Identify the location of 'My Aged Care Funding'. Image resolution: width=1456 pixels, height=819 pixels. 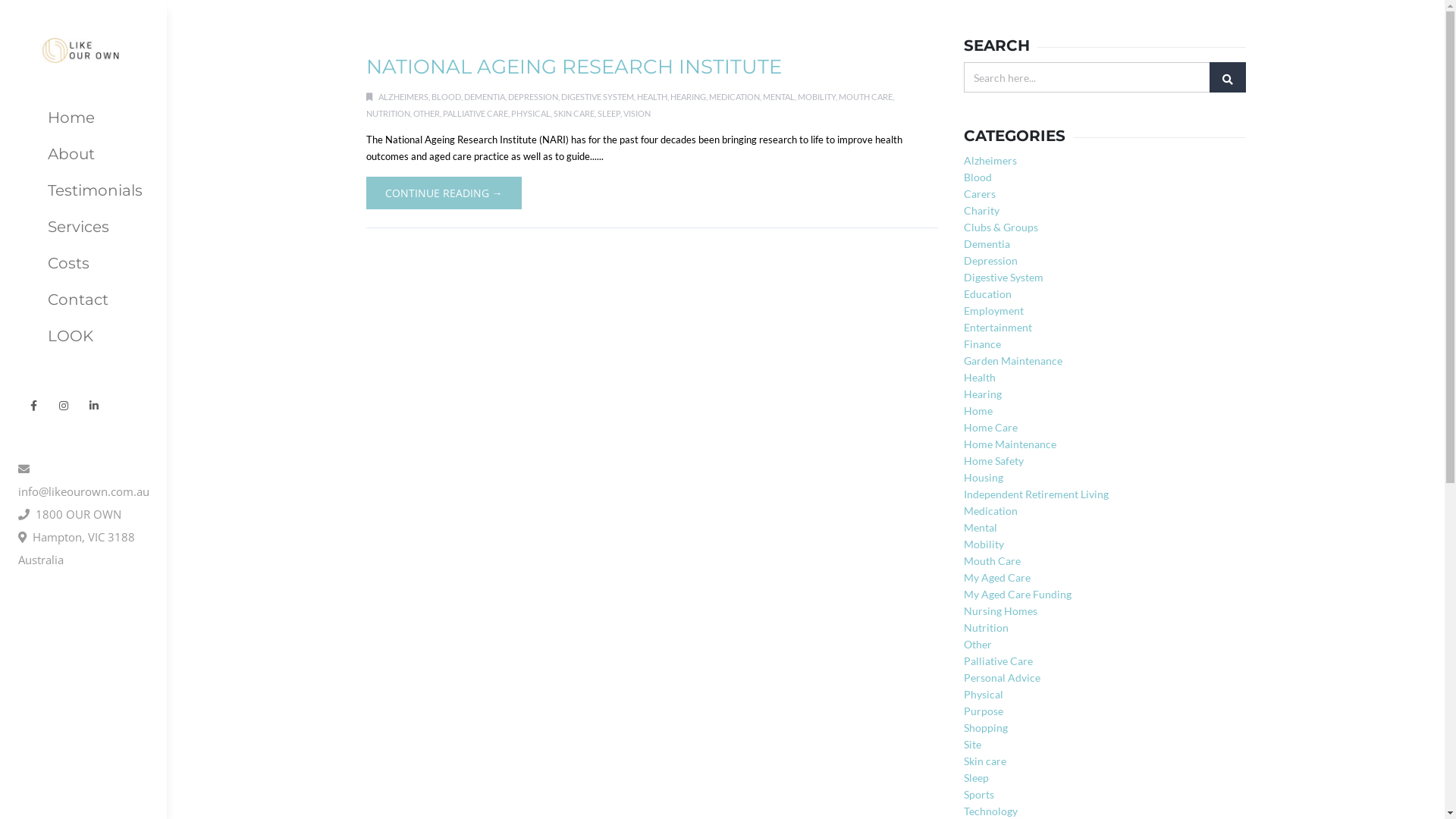
(1018, 593).